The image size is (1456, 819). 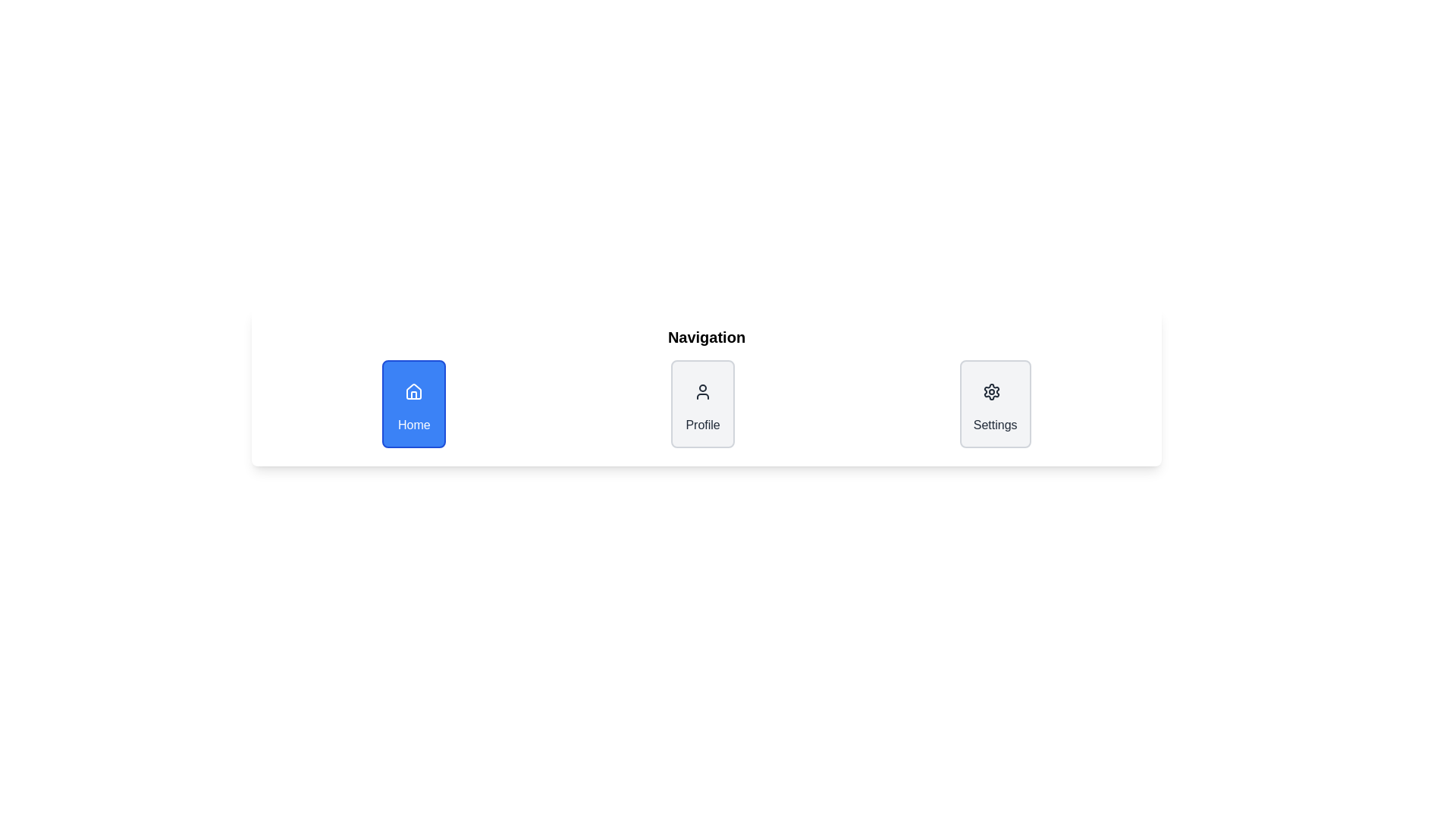 What do you see at coordinates (702, 391) in the screenshot?
I see `the 'Profile' icon in the navigation bar` at bounding box center [702, 391].